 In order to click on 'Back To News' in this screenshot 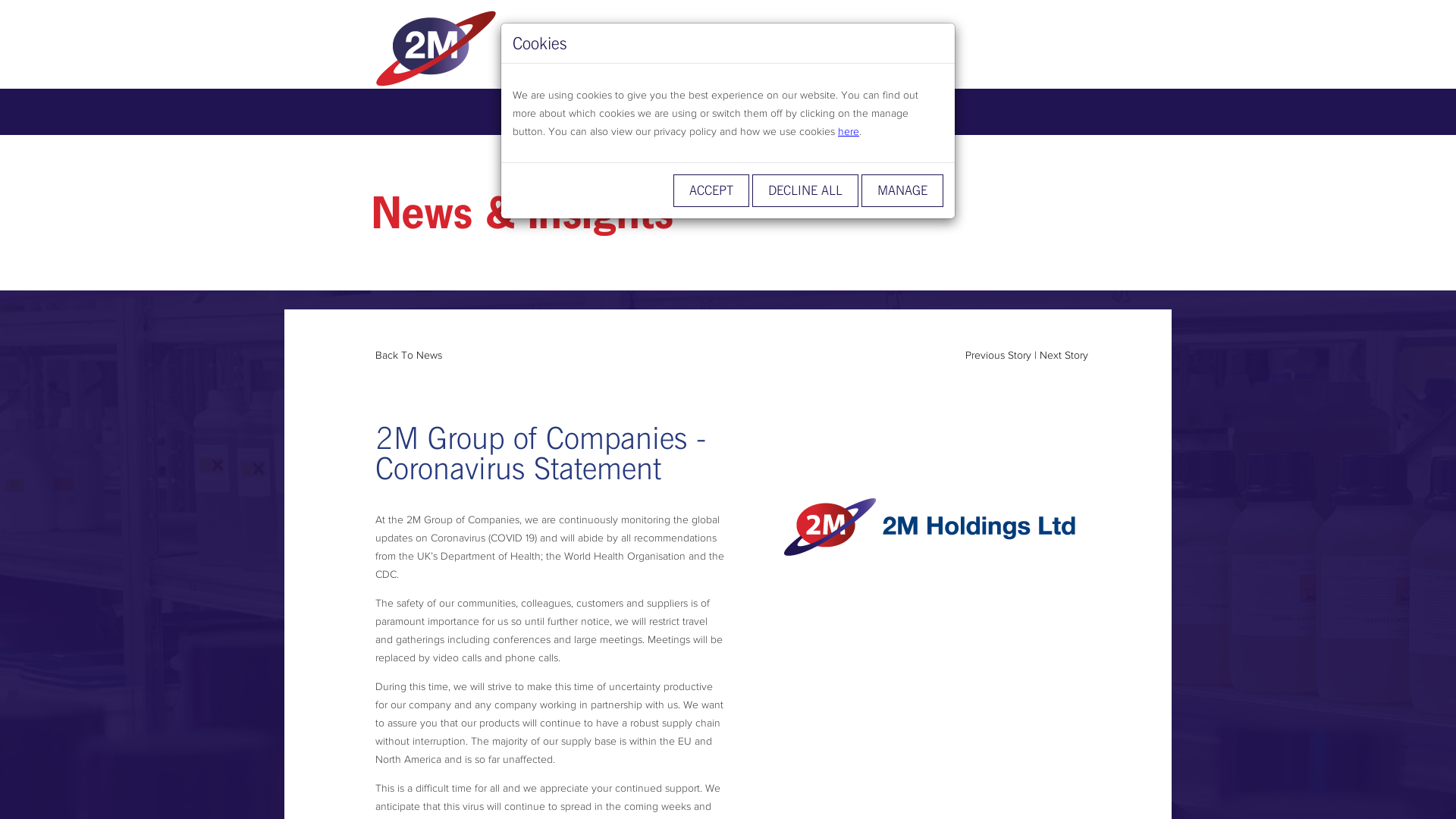, I will do `click(408, 354)`.